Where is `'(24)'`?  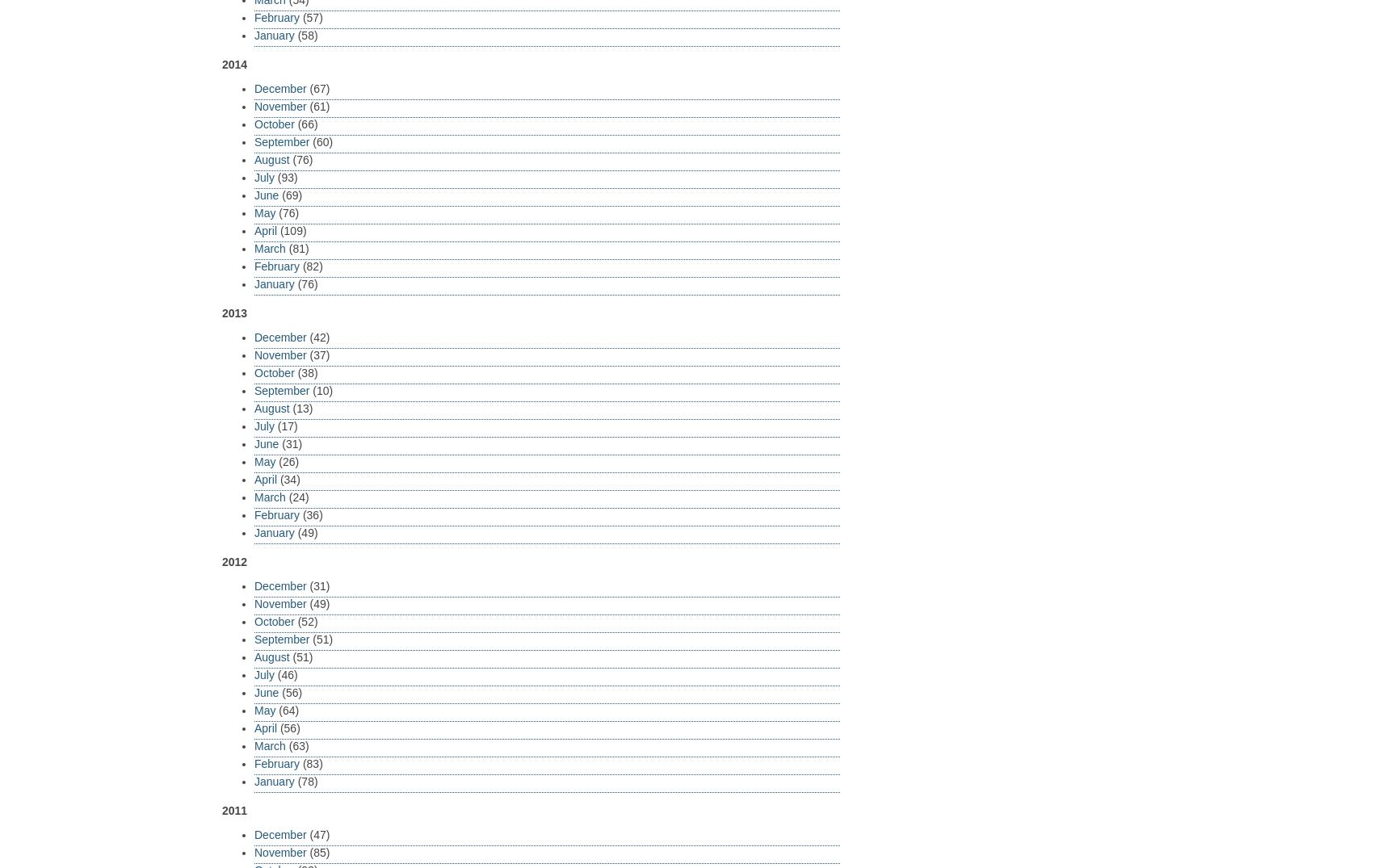 '(24)' is located at coordinates (296, 496).